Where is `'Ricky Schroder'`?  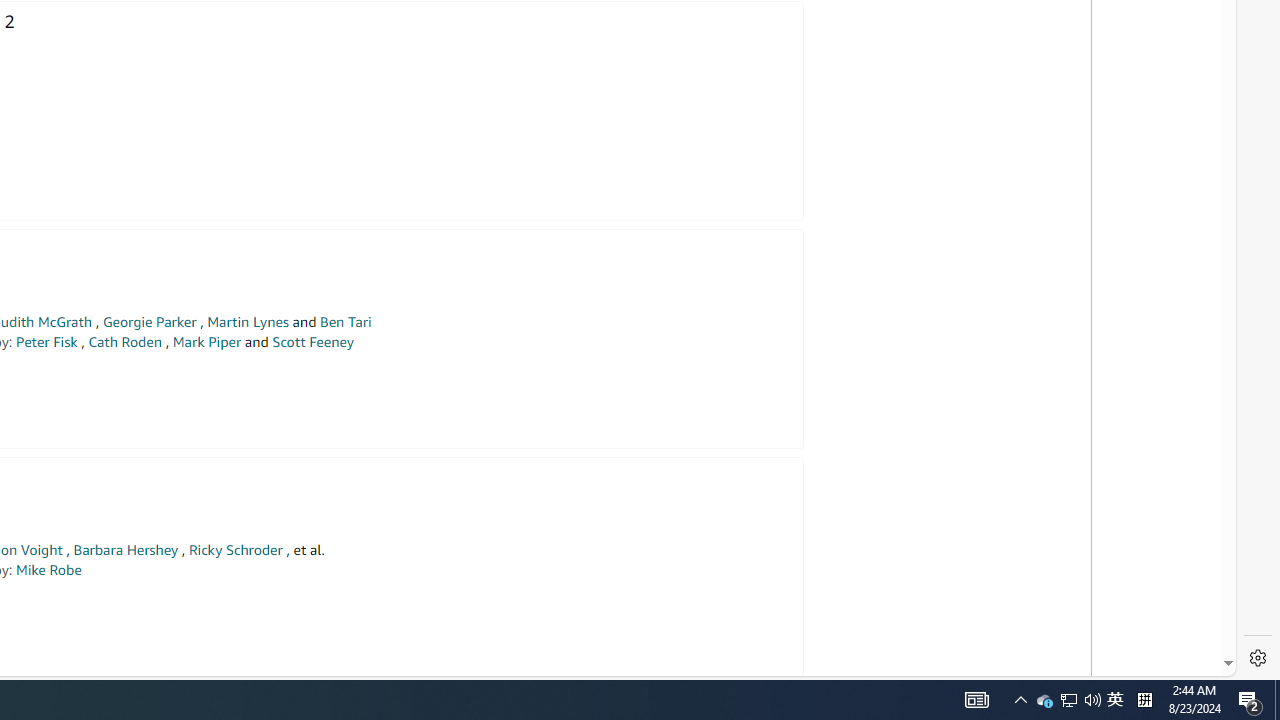
'Ricky Schroder' is located at coordinates (235, 550).